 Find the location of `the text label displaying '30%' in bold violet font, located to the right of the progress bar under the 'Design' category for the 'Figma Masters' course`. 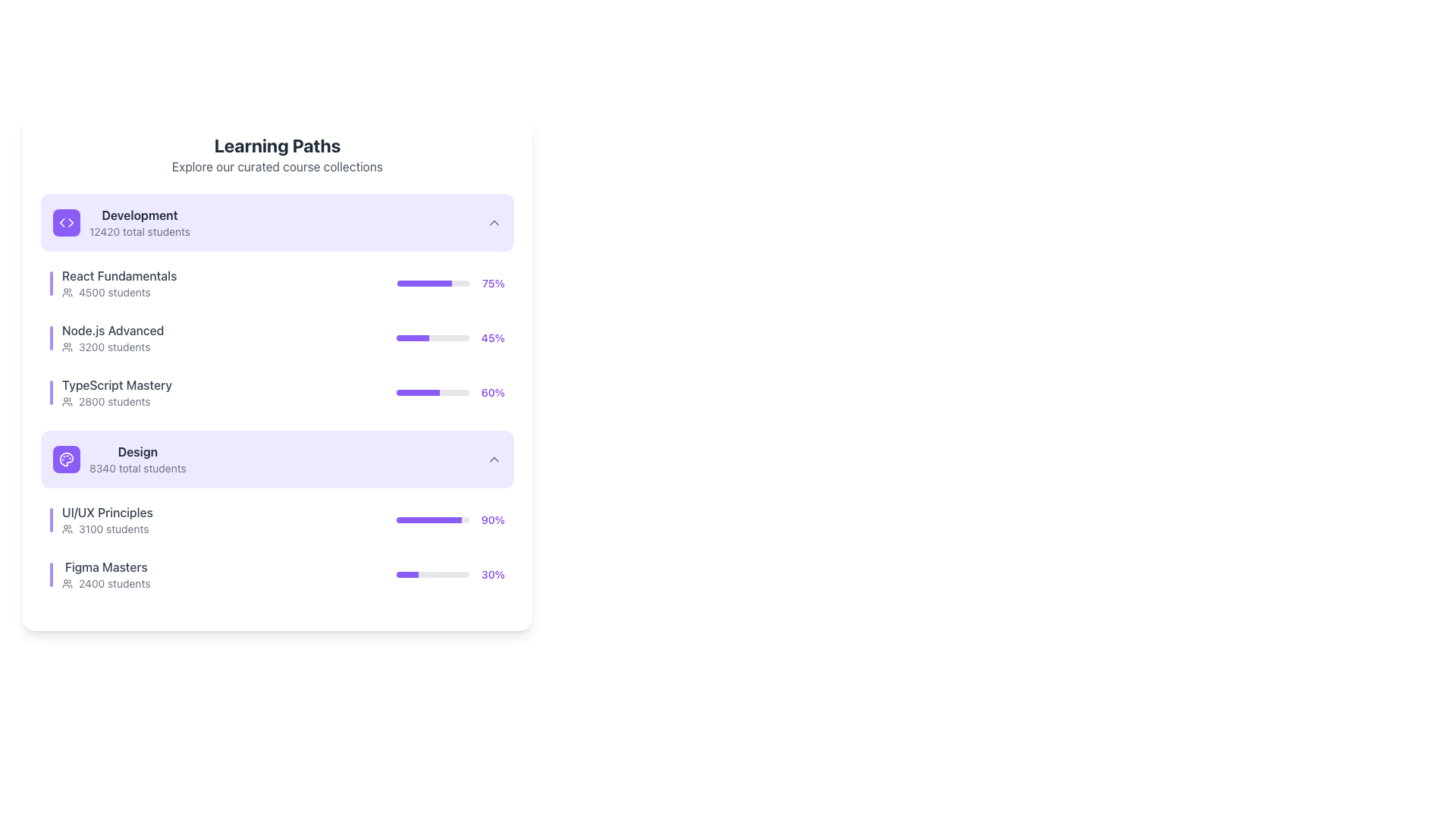

the text label displaying '30%' in bold violet font, located to the right of the progress bar under the 'Design' category for the 'Figma Masters' course is located at coordinates (493, 575).